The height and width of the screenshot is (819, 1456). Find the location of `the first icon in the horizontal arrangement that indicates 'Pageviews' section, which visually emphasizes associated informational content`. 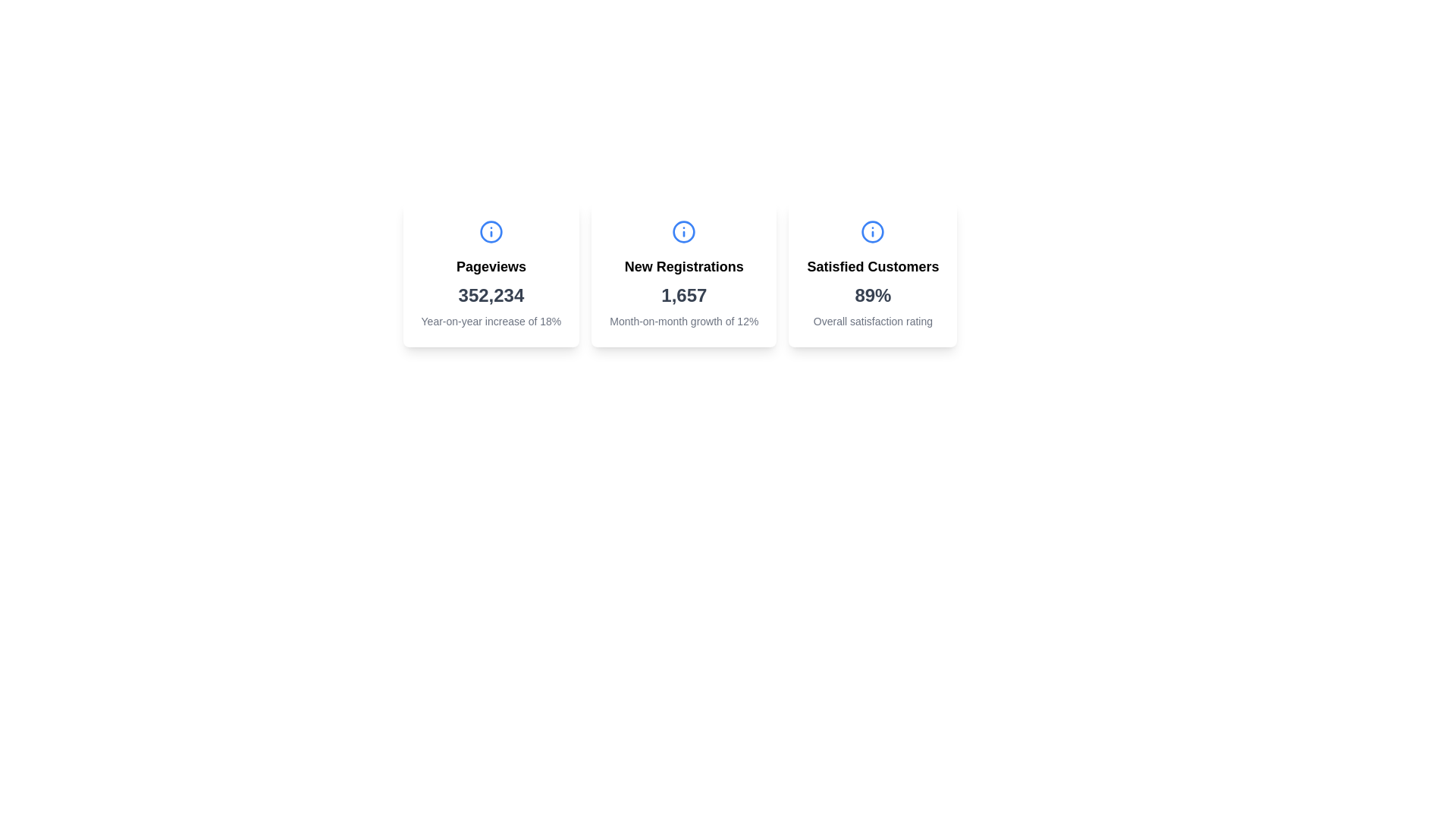

the first icon in the horizontal arrangement that indicates 'Pageviews' section, which visually emphasizes associated informational content is located at coordinates (491, 231).